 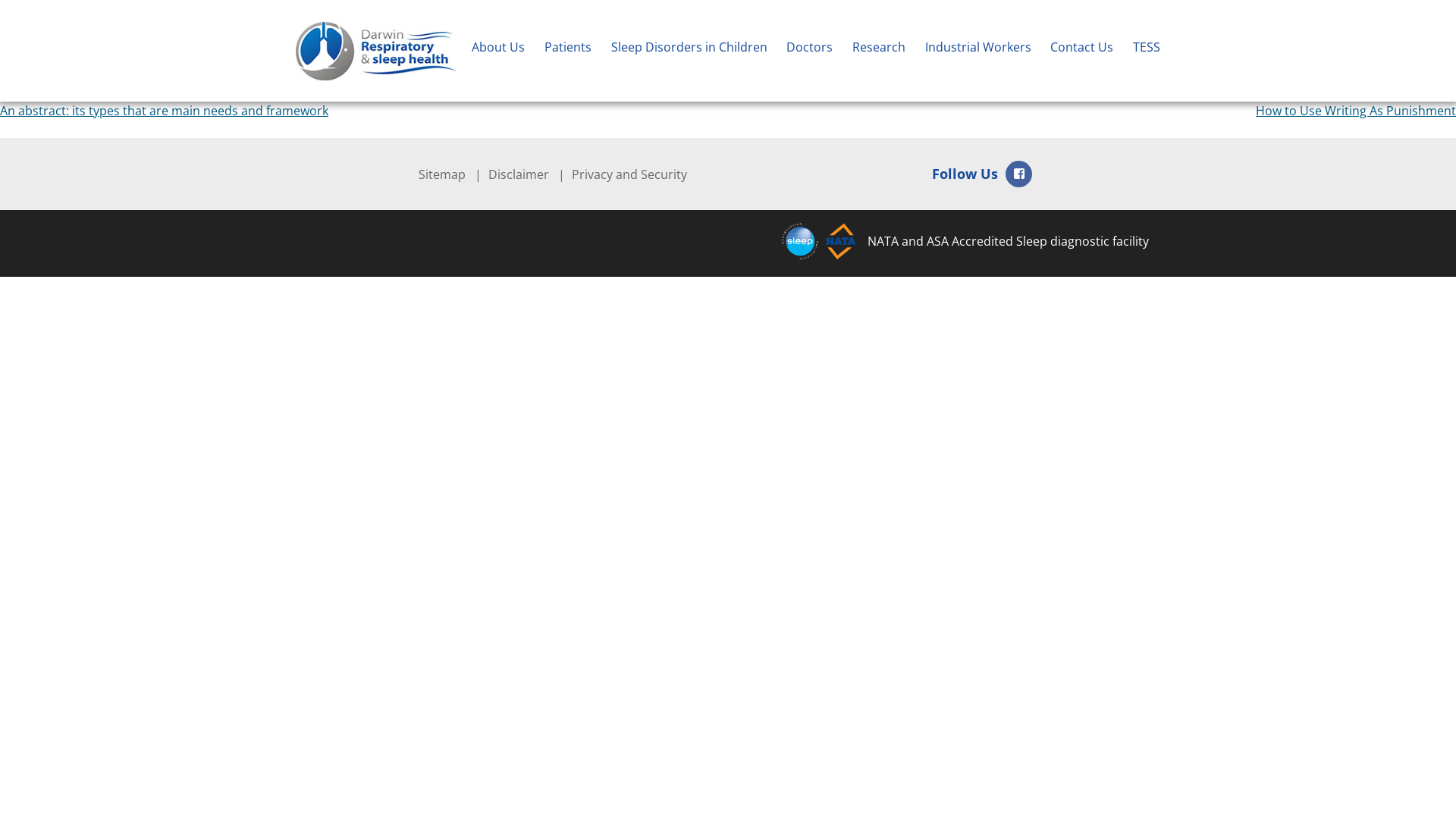 What do you see at coordinates (164, 110) in the screenshot?
I see `'An abstract: its types that are main needs and framework'` at bounding box center [164, 110].